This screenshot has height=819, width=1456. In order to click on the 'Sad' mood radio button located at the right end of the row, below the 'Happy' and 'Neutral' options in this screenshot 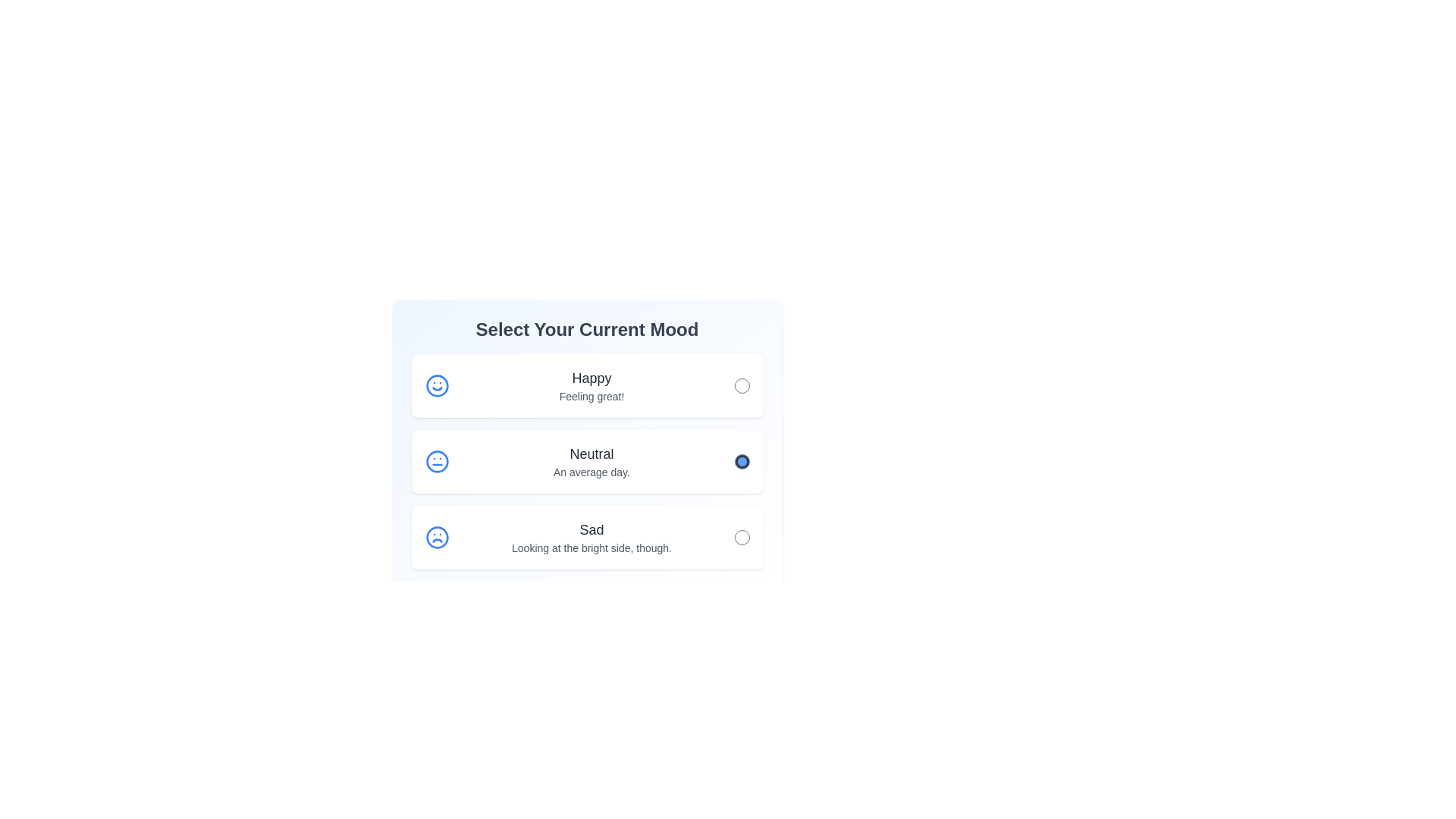, I will do `click(742, 537)`.